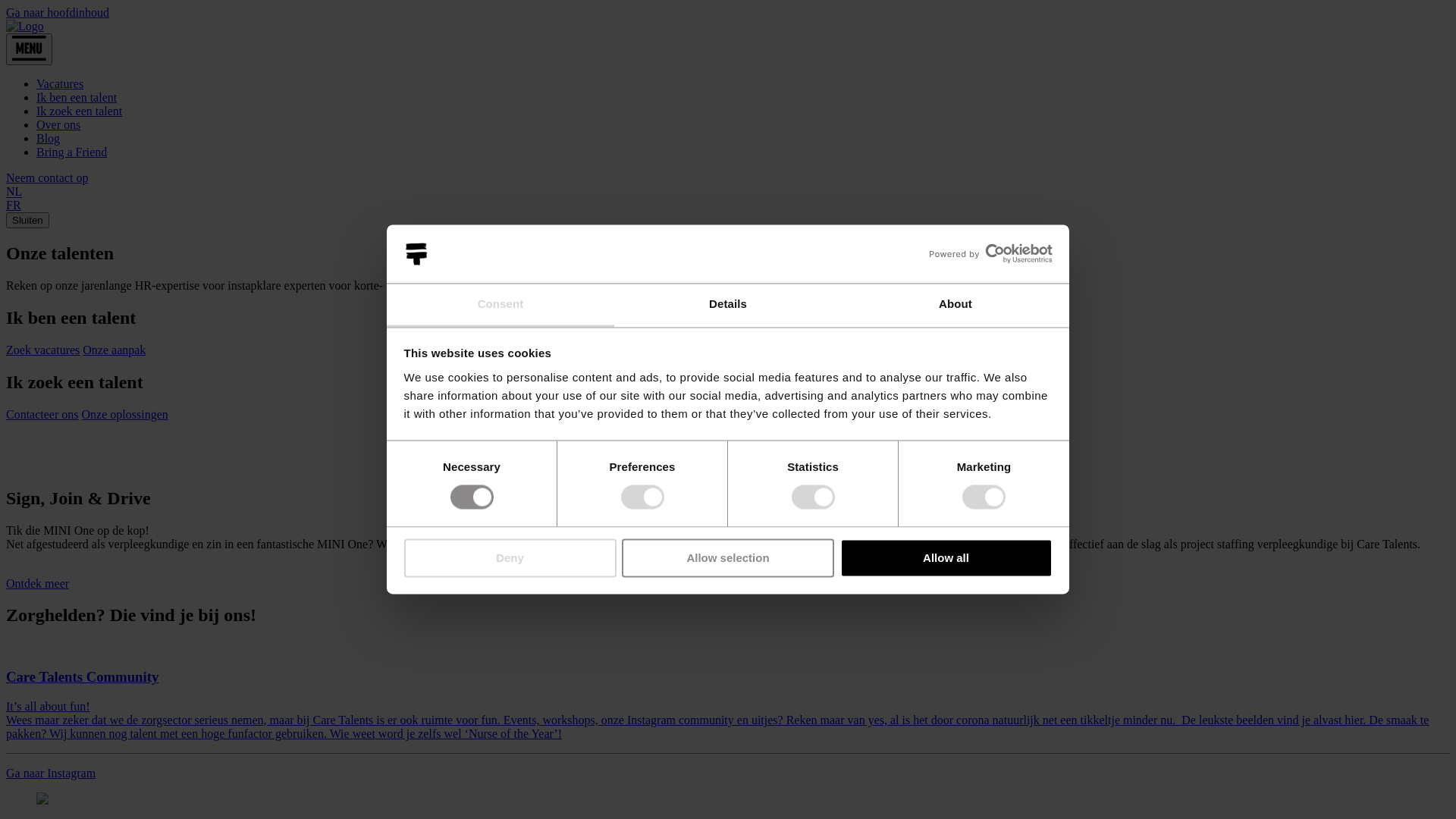  Describe the element at coordinates (954, 305) in the screenshot. I see `'About'` at that location.